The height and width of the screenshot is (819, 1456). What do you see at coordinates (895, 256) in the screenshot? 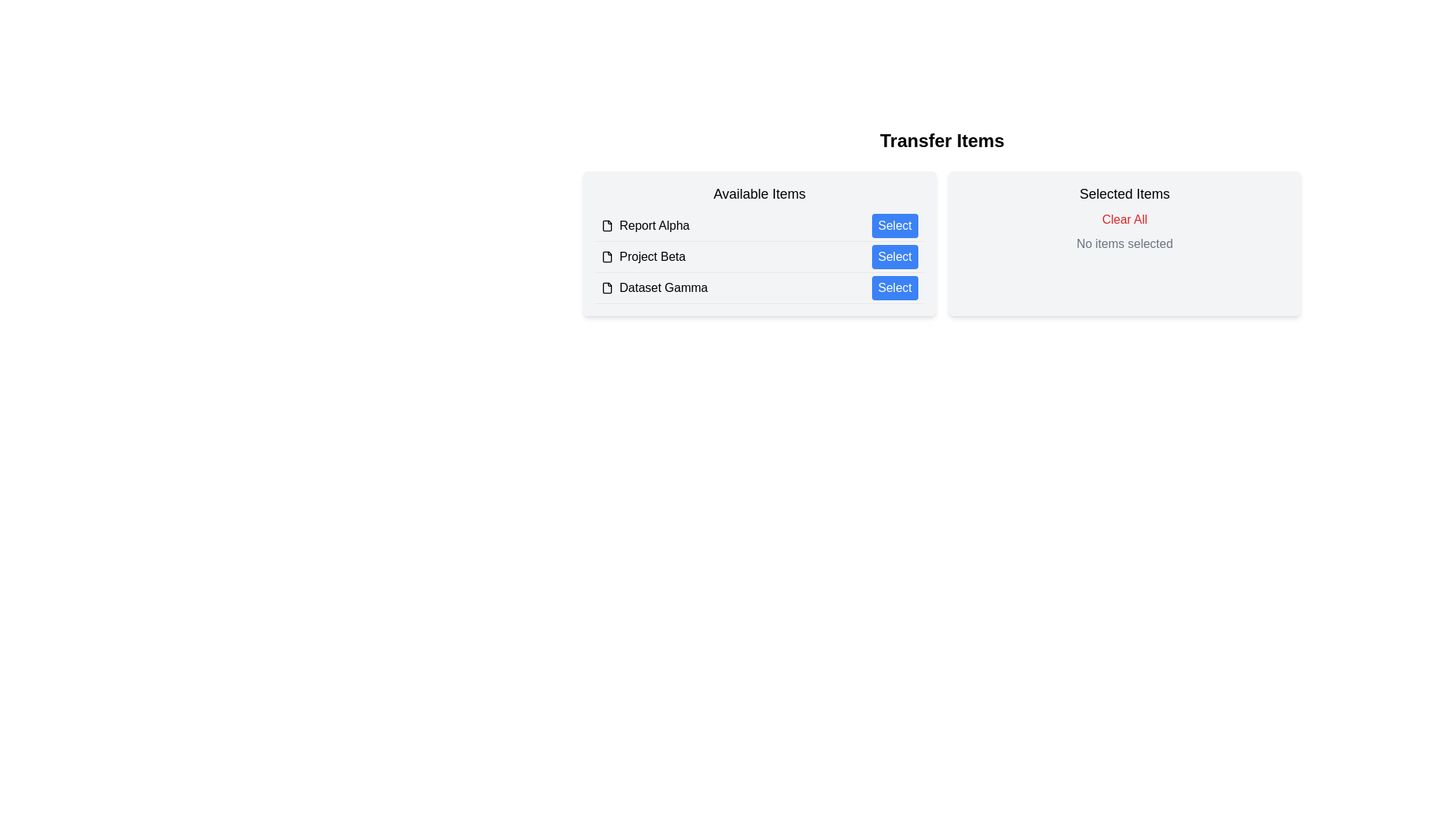
I see `the button located to the far right of the 'Project Beta' row in the 'Available Items' section` at bounding box center [895, 256].